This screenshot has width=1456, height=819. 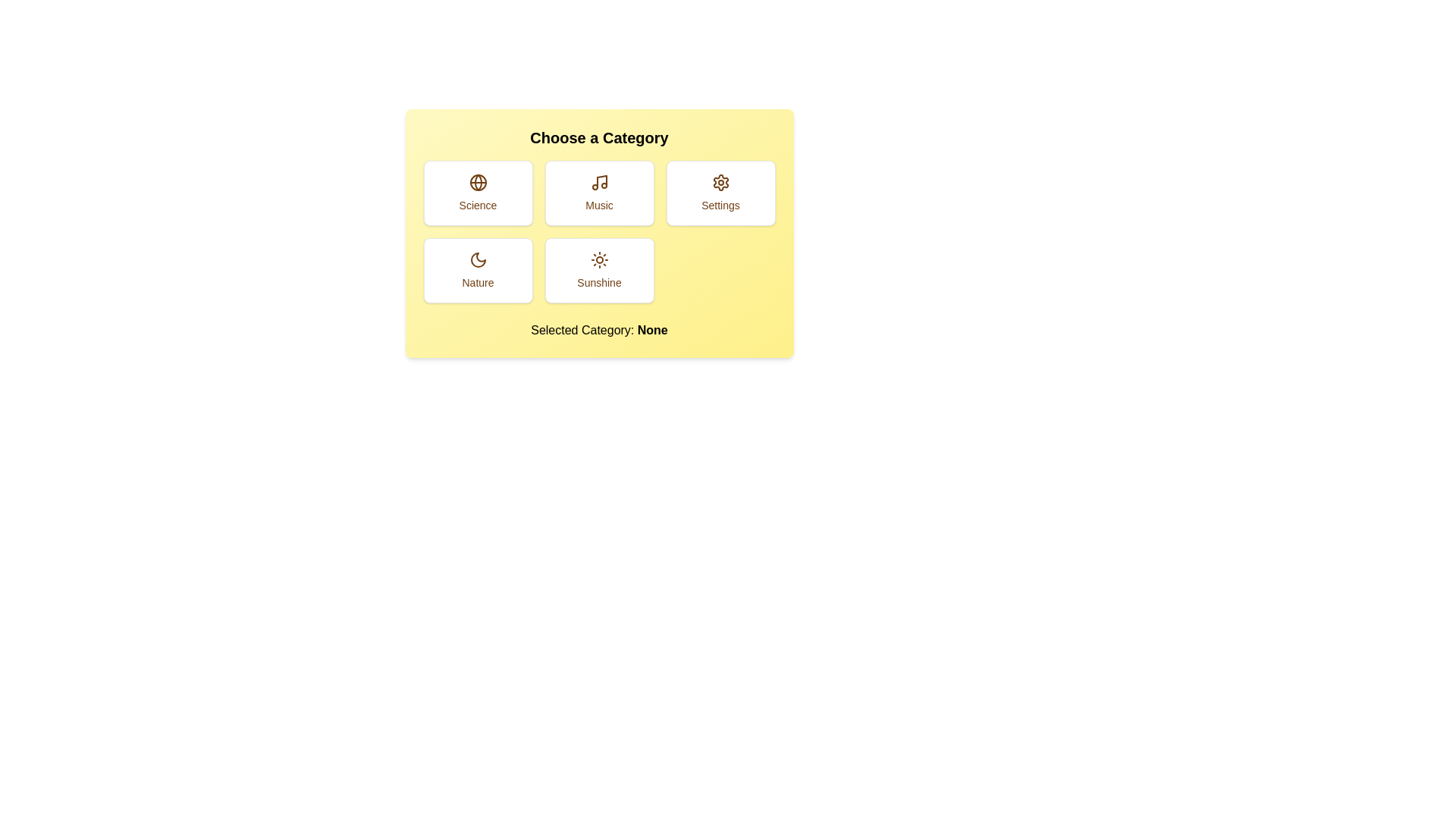 I want to click on the static text label for the 'Music' category, which is located below the SVG musical note icon in the first row of the category cards, so click(x=598, y=205).